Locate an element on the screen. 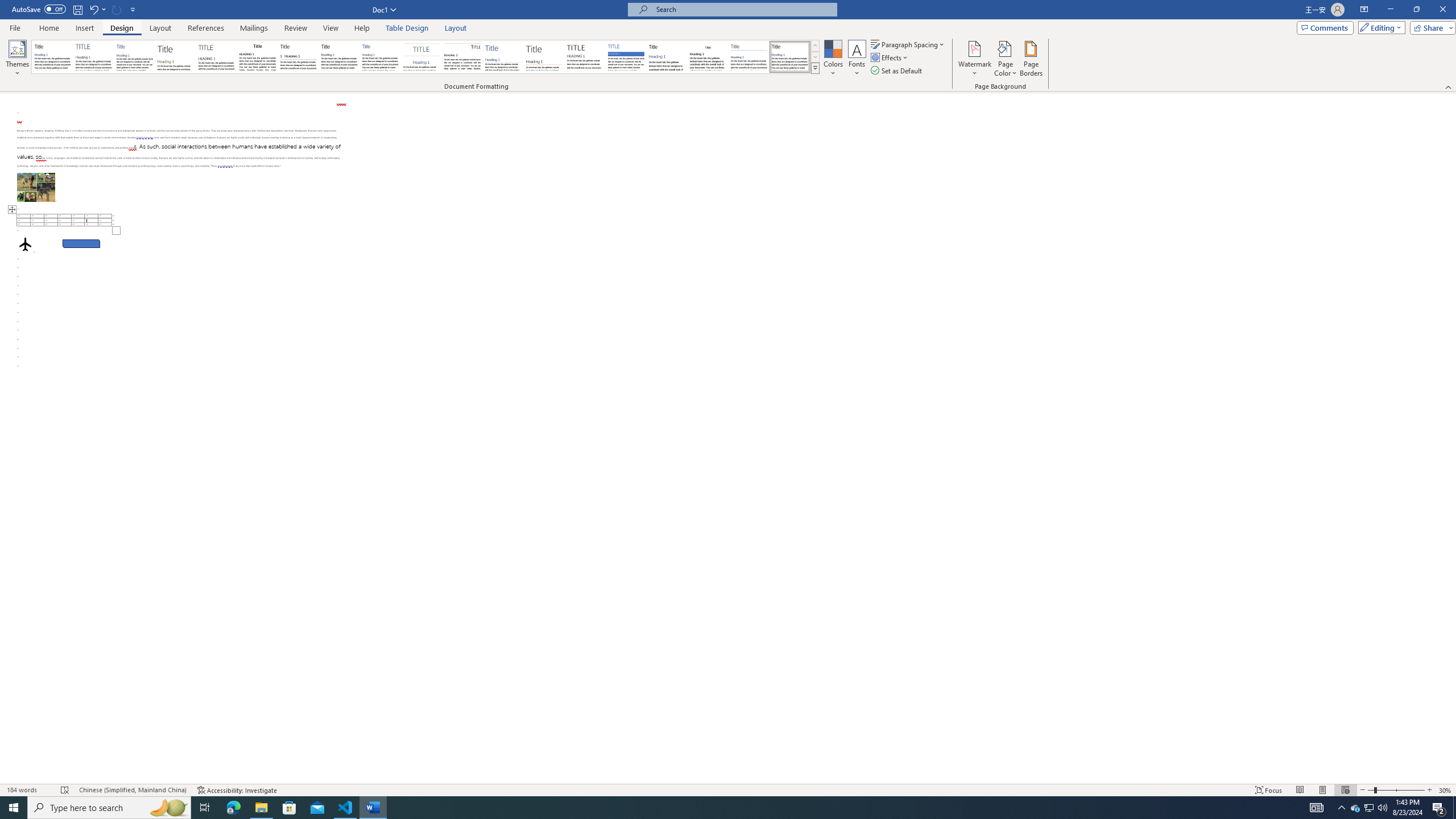 The image size is (1456, 819). 'Lines (Stylish)' is located at coordinates (544, 56).